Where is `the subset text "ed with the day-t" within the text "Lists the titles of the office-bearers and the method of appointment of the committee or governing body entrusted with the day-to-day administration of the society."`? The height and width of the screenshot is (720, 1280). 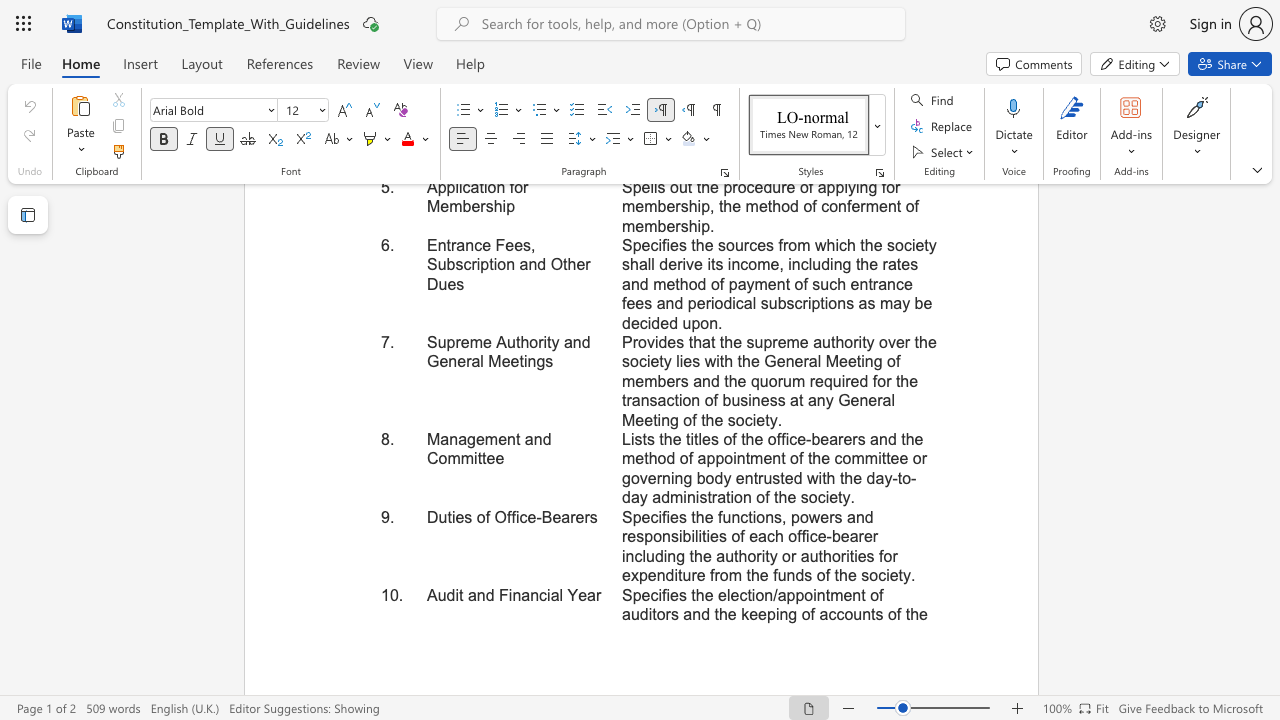 the subset text "ed with the day-t" within the text "Lists the titles of the office-bearers and the method of appointment of the committee or governing body entrusted with the day-to-day administration of the society." is located at coordinates (783, 478).